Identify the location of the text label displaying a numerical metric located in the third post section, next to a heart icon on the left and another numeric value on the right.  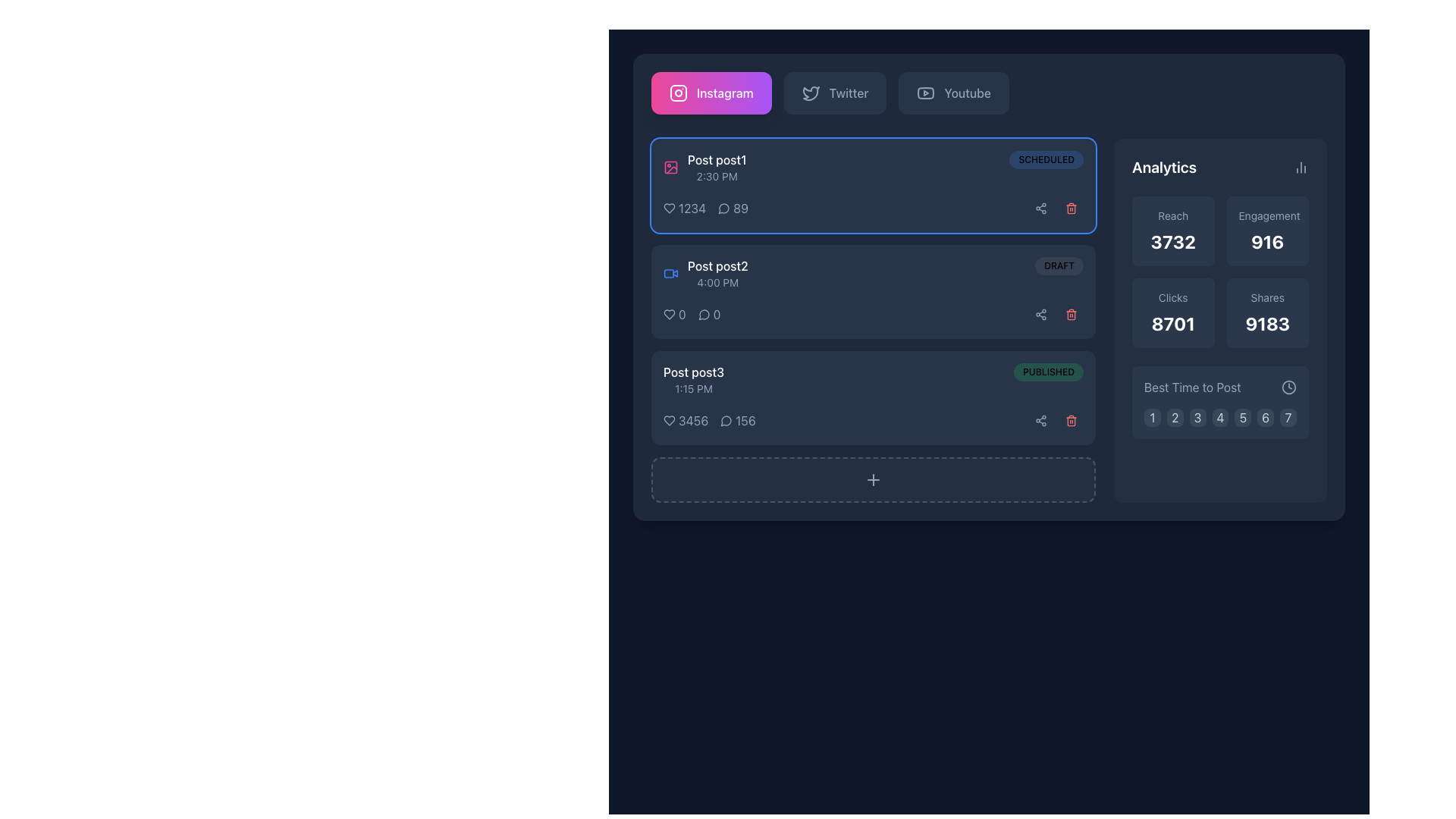
(692, 421).